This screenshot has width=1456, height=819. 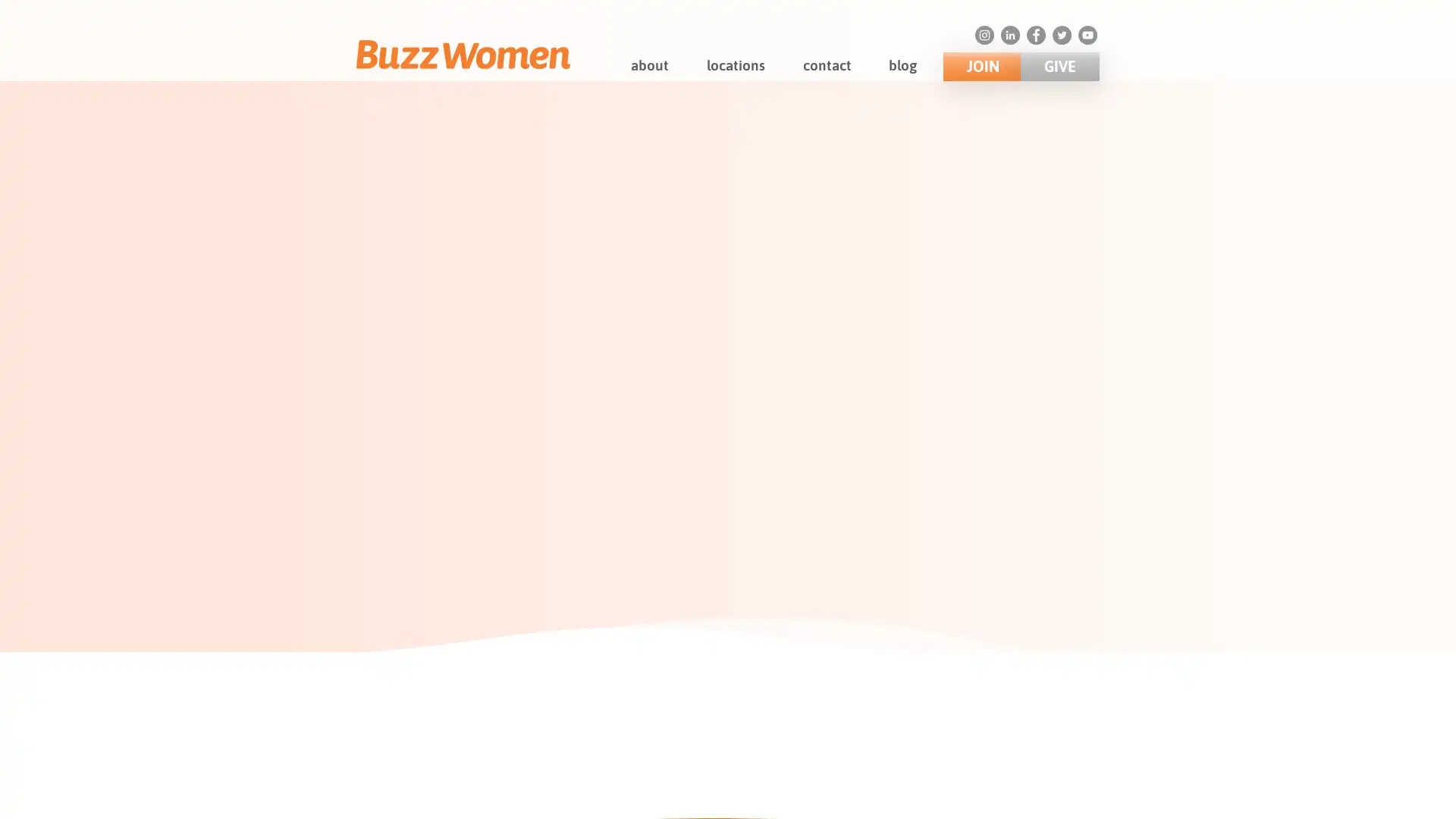 What do you see at coordinates (1437, 794) in the screenshot?
I see `Close` at bounding box center [1437, 794].